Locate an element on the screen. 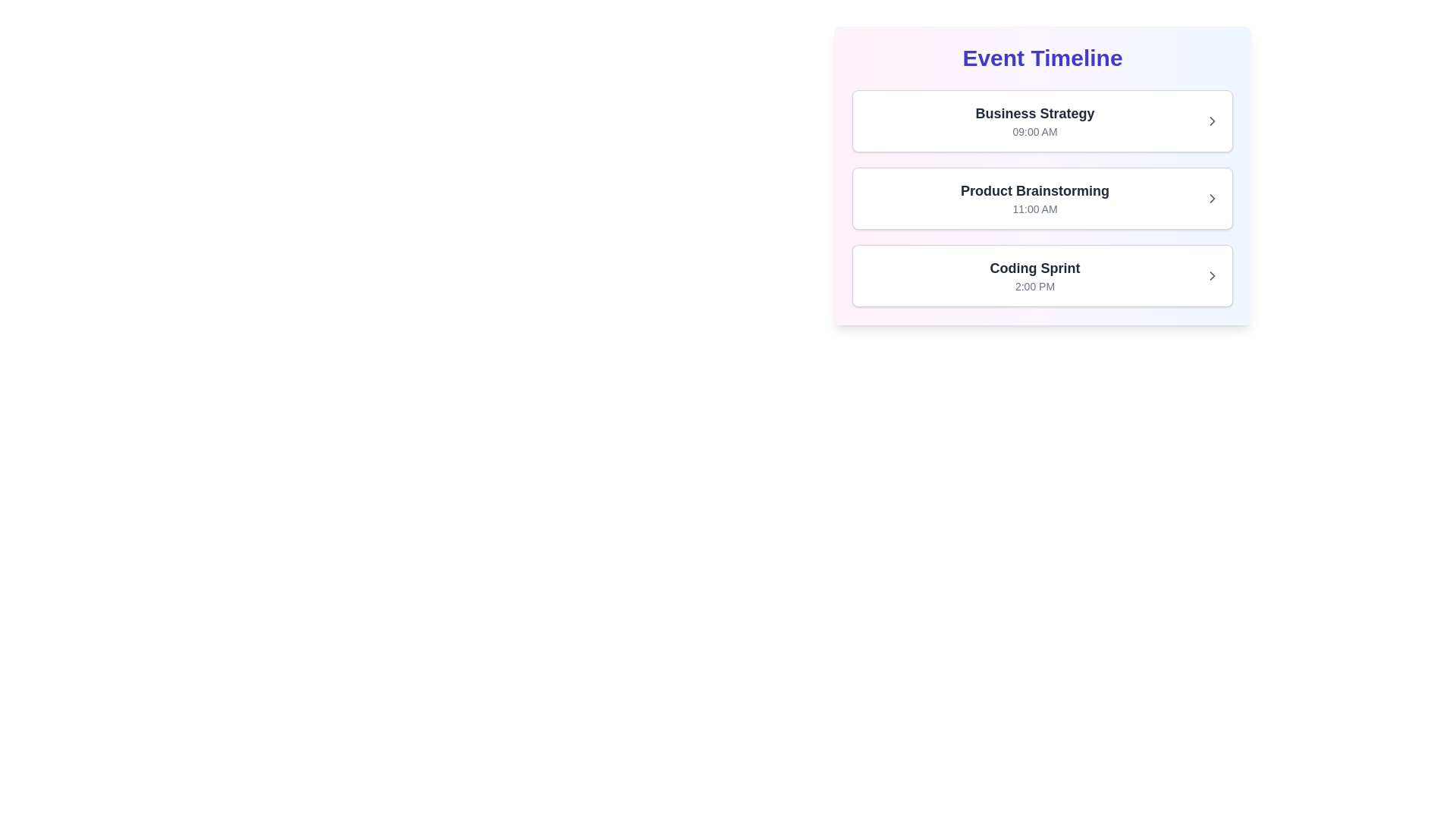 This screenshot has height=819, width=1456. the small right-pointing chevron icon located at the far right edge of the 'Coding Sprint' event block in the 'Event Timeline' section is located at coordinates (1211, 275).